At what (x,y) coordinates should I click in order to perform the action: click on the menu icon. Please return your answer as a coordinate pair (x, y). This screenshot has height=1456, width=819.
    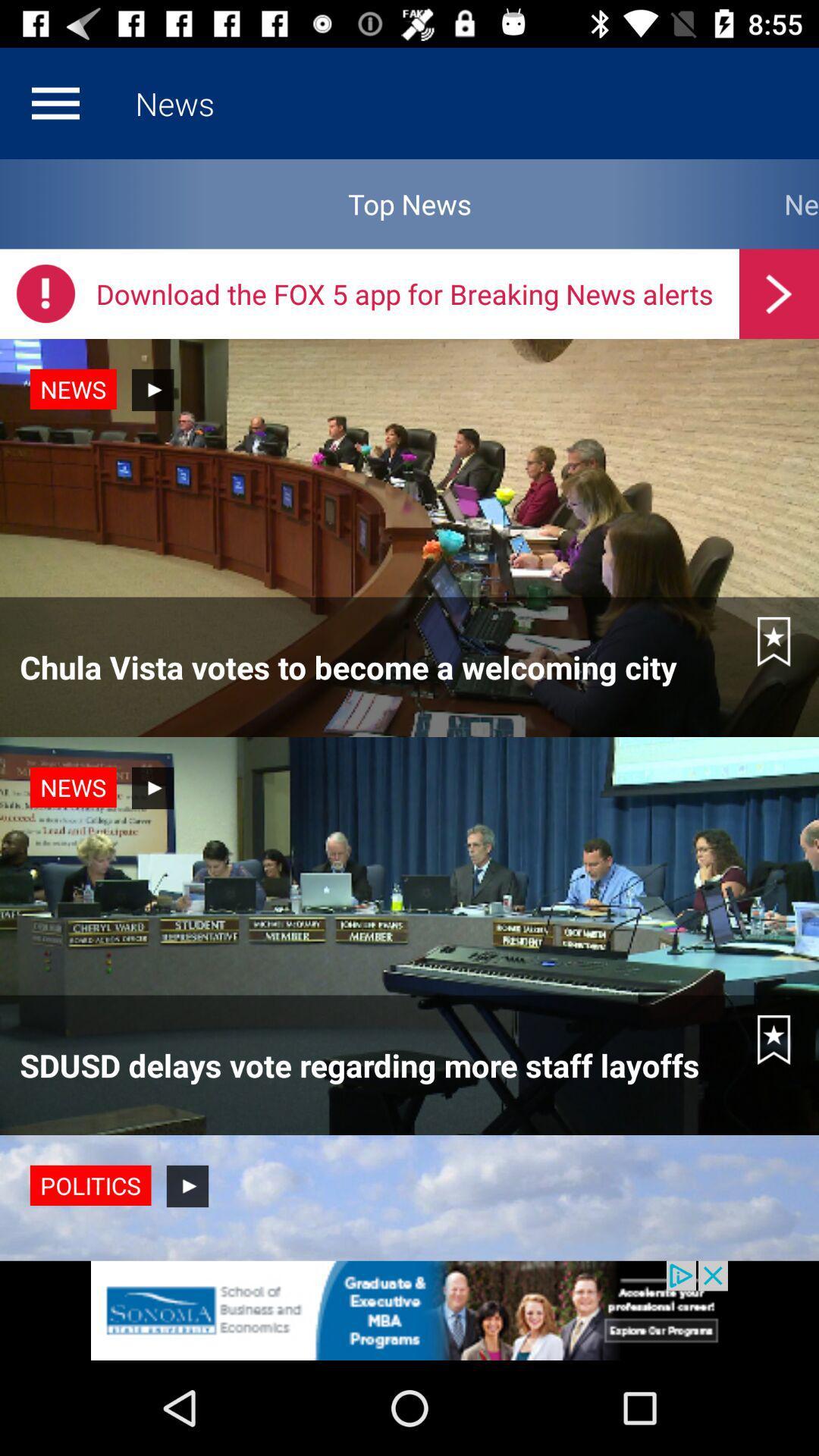
    Looking at the image, I should click on (55, 102).